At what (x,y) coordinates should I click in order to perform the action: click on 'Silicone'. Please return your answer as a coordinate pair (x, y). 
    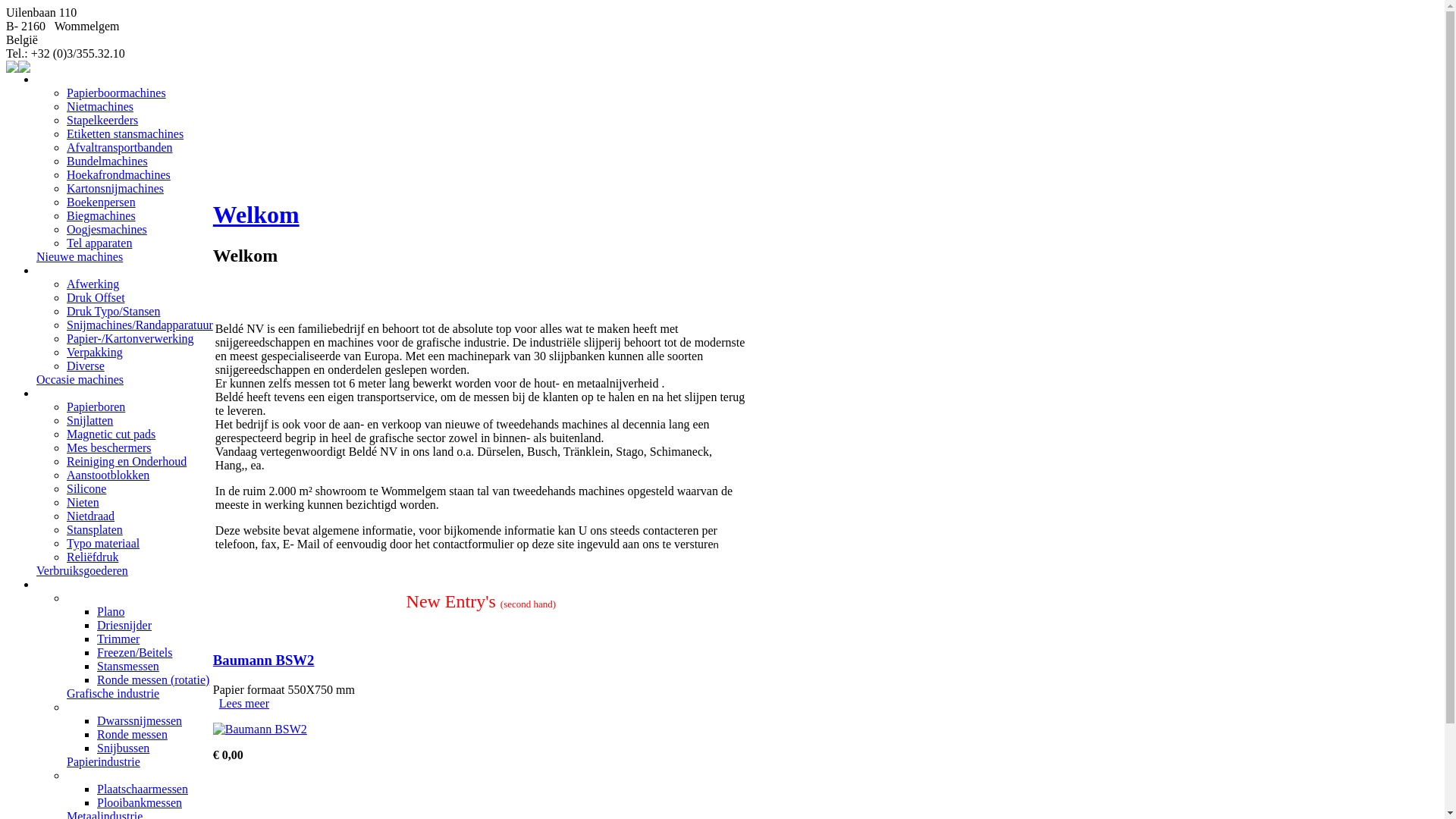
    Looking at the image, I should click on (86, 488).